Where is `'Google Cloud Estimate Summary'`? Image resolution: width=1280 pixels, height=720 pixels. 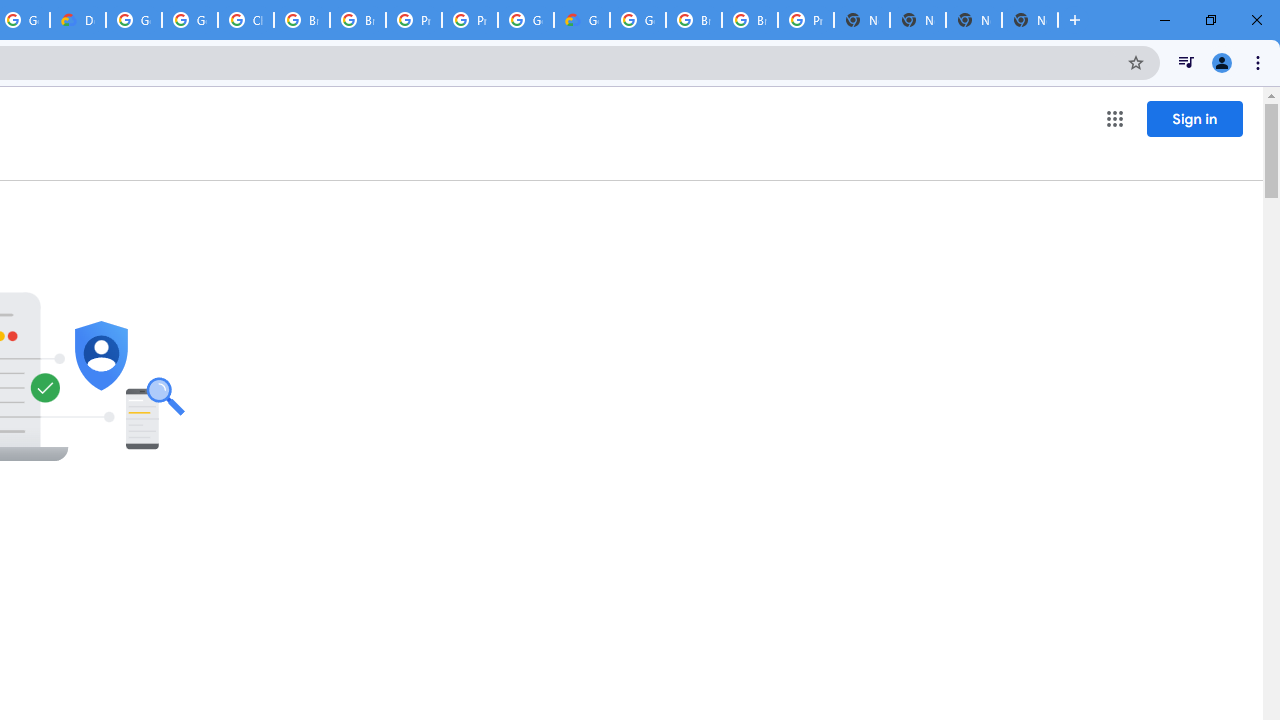
'Google Cloud Estimate Summary' is located at coordinates (581, 20).